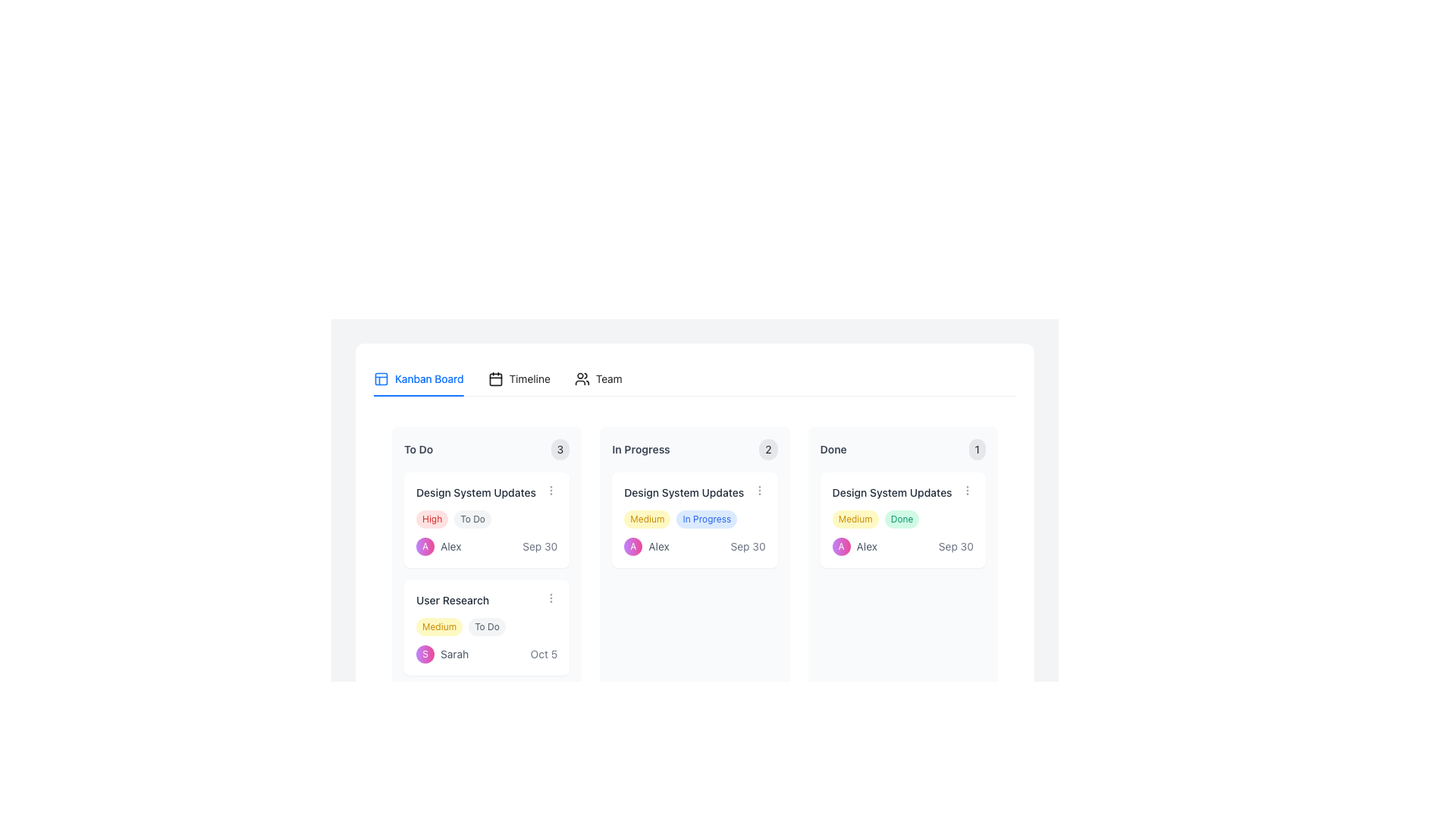 This screenshot has height=819, width=1456. I want to click on the static text label displaying 'Oct 5', which is styled in gray and located to the extreme right of the task attributed to 'Sarah', so click(544, 654).